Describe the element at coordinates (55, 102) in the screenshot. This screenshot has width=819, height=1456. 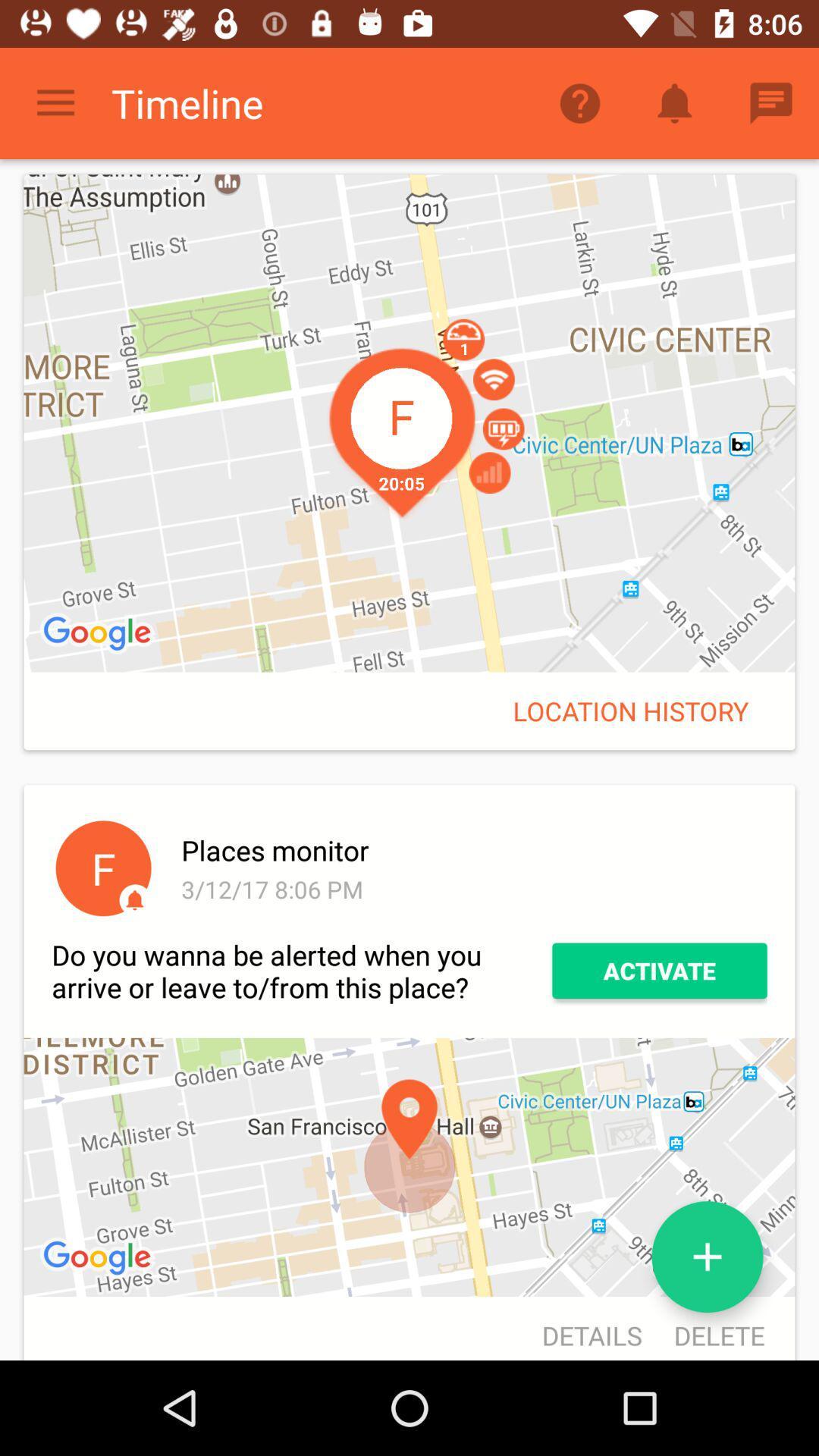
I see `icon next to timeline` at that location.